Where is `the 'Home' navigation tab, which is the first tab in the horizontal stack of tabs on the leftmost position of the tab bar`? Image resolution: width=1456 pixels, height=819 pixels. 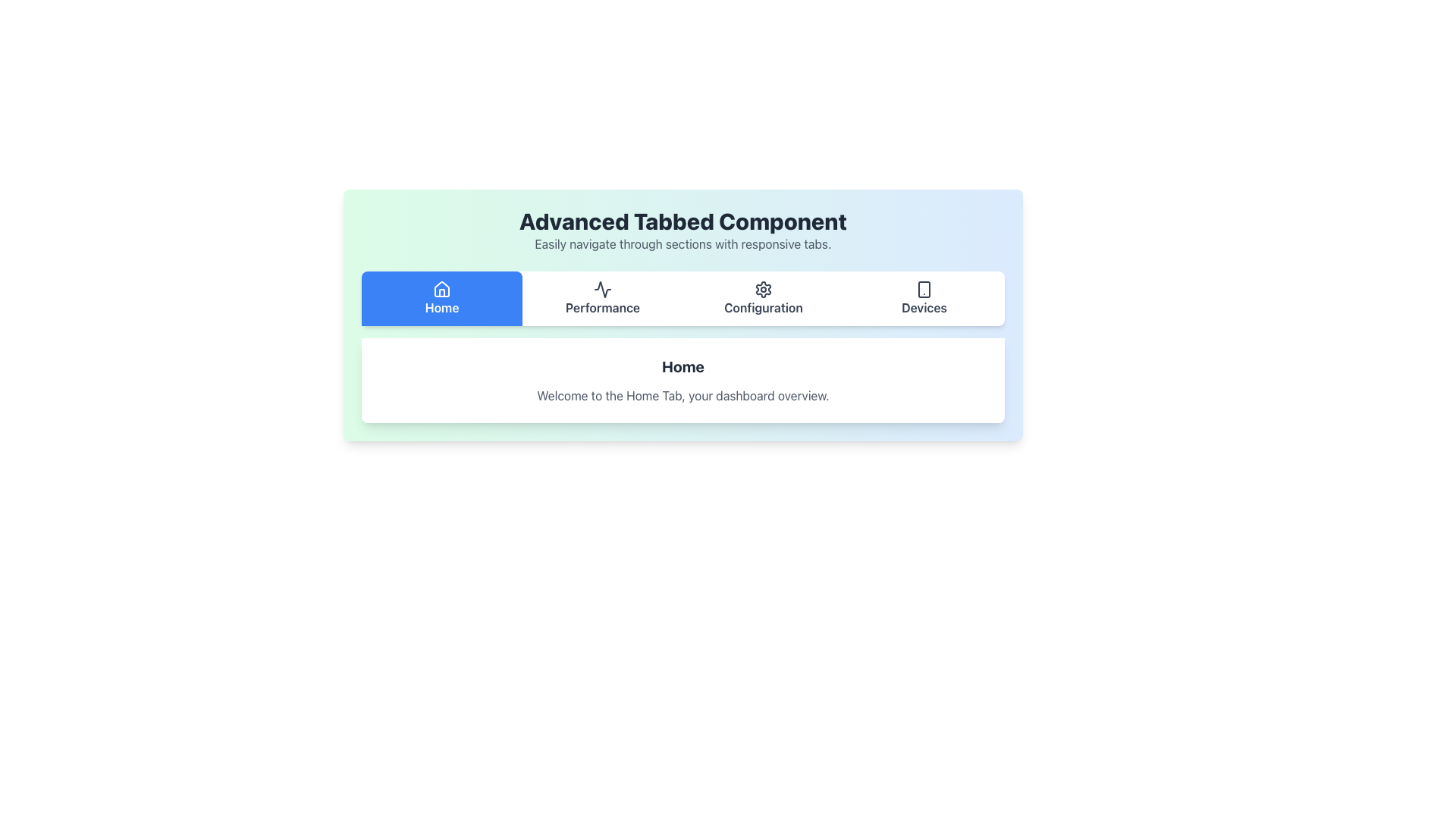 the 'Home' navigation tab, which is the first tab in the horizontal stack of tabs on the leftmost position of the tab bar is located at coordinates (441, 298).